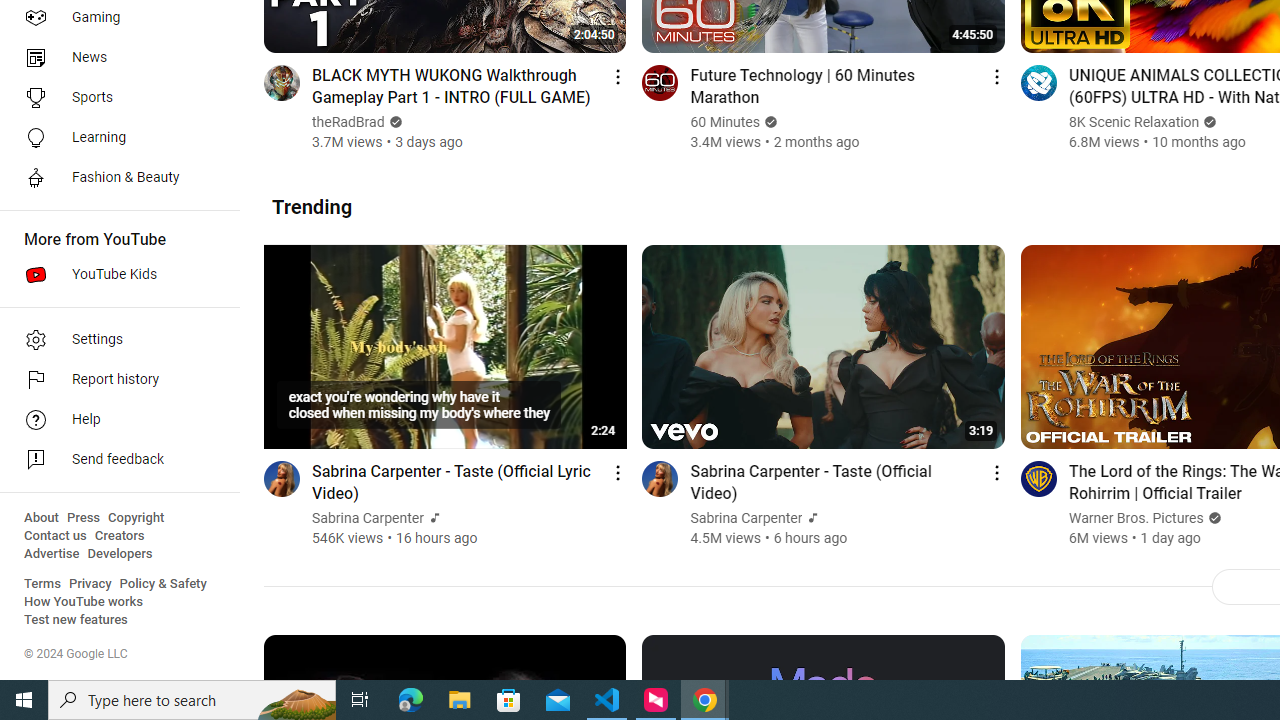  Describe the element at coordinates (112, 380) in the screenshot. I see `'Report history'` at that location.